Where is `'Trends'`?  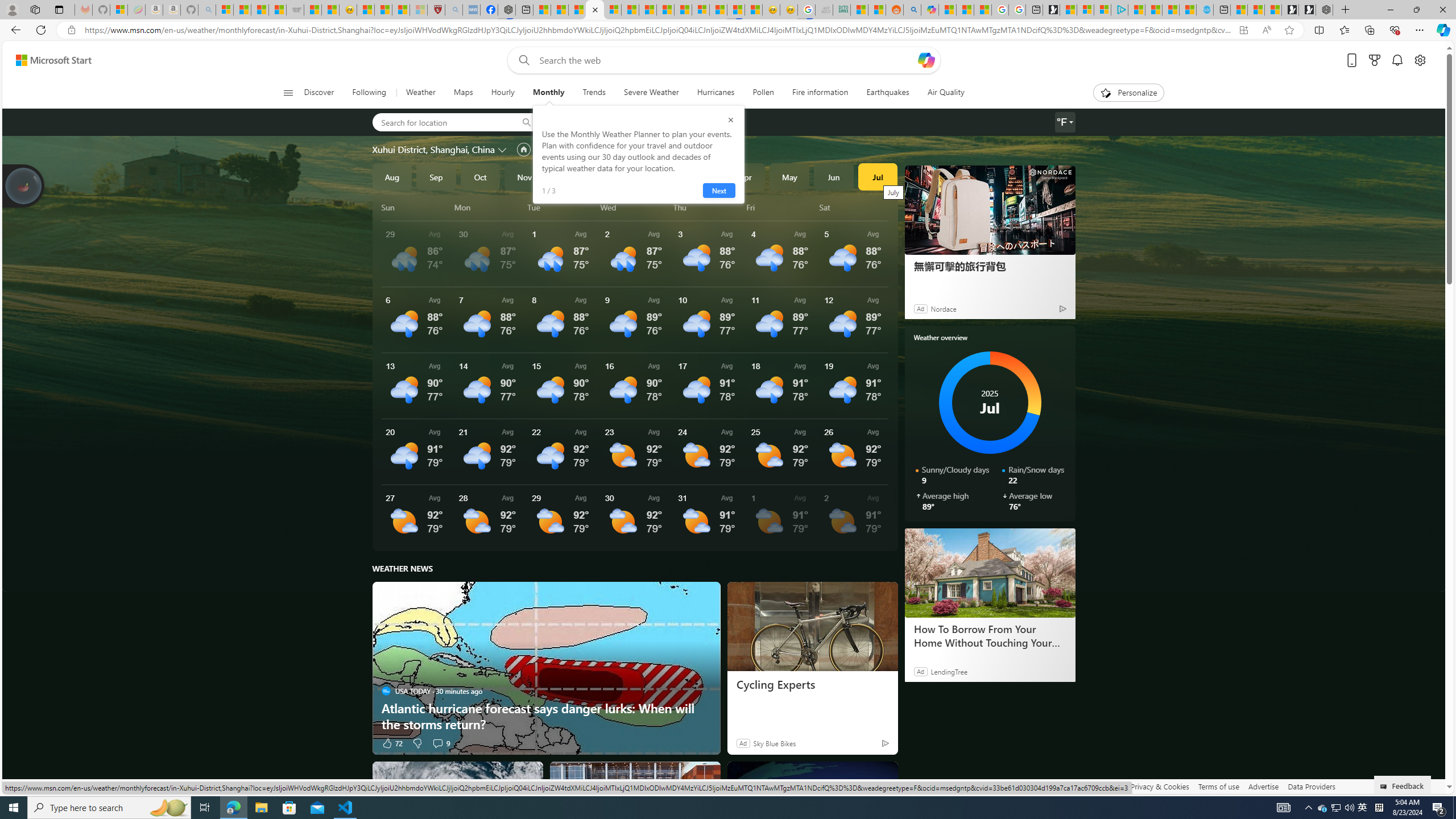 'Trends' is located at coordinates (593, 92).